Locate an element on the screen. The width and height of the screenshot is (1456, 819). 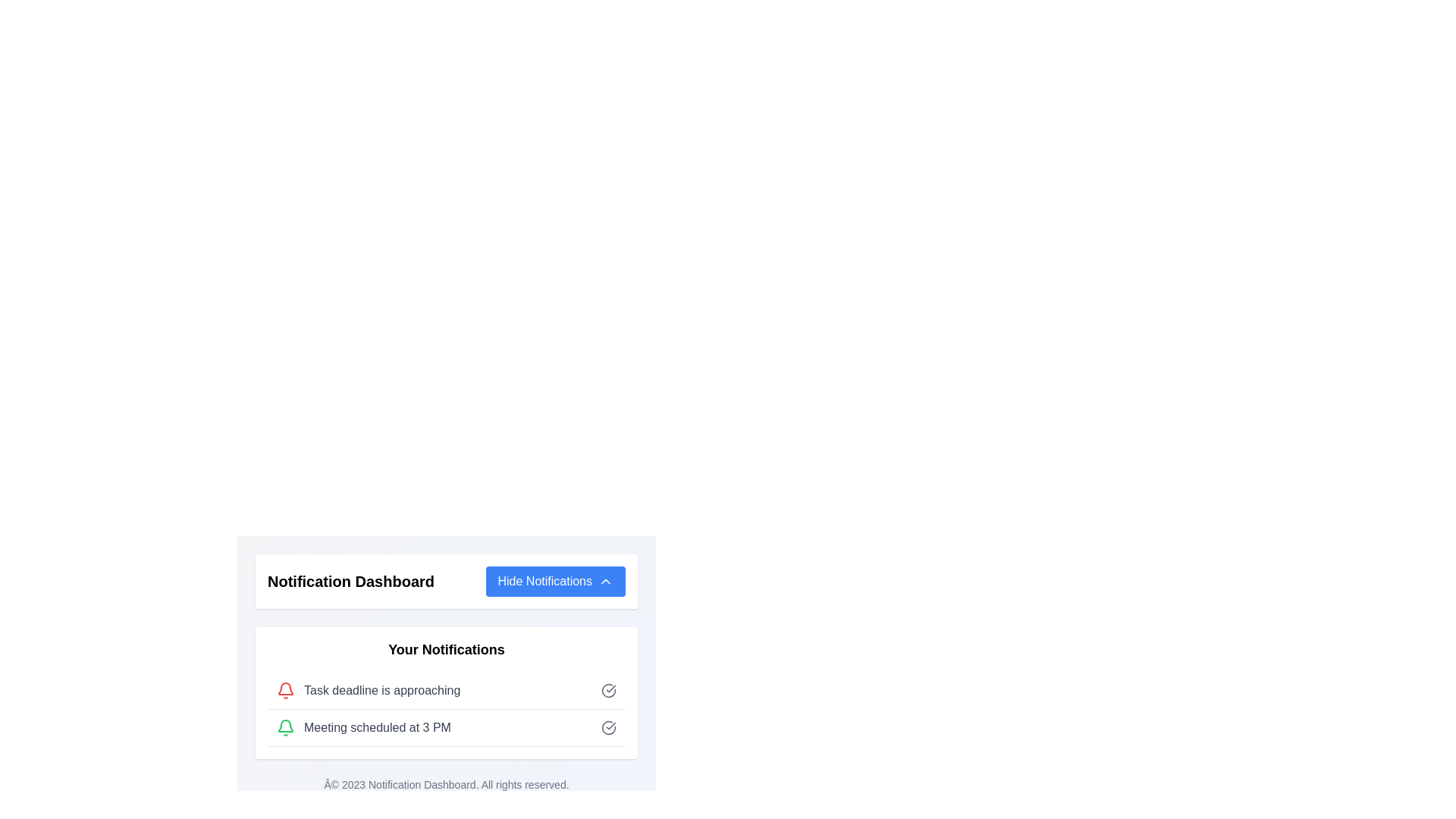
the first notification item in the notification list that informs the user about an approaching task deadline, located below the 'Your Notifications' header is located at coordinates (446, 690).